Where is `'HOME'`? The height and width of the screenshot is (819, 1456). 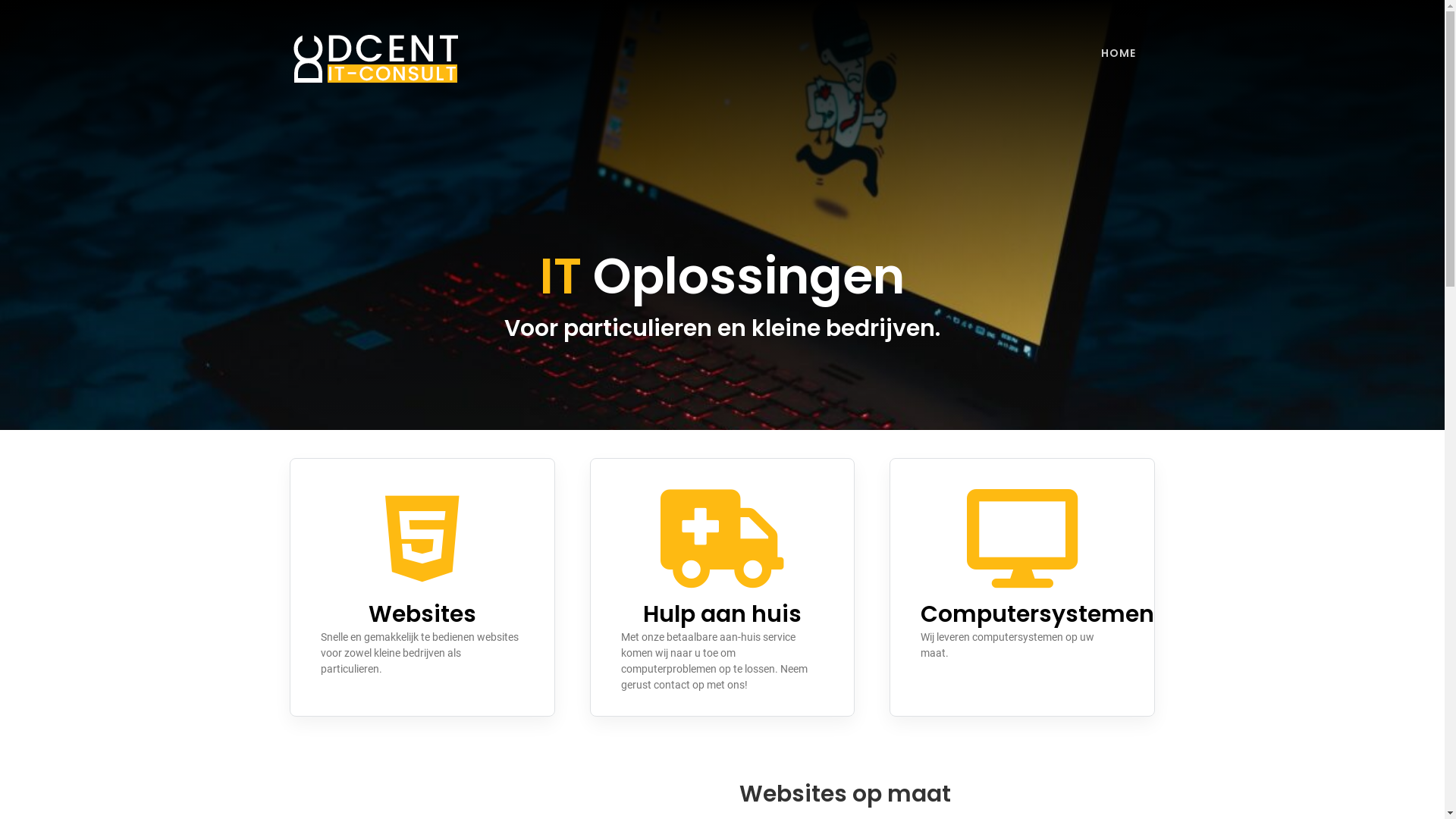
'HOME' is located at coordinates (1118, 52).